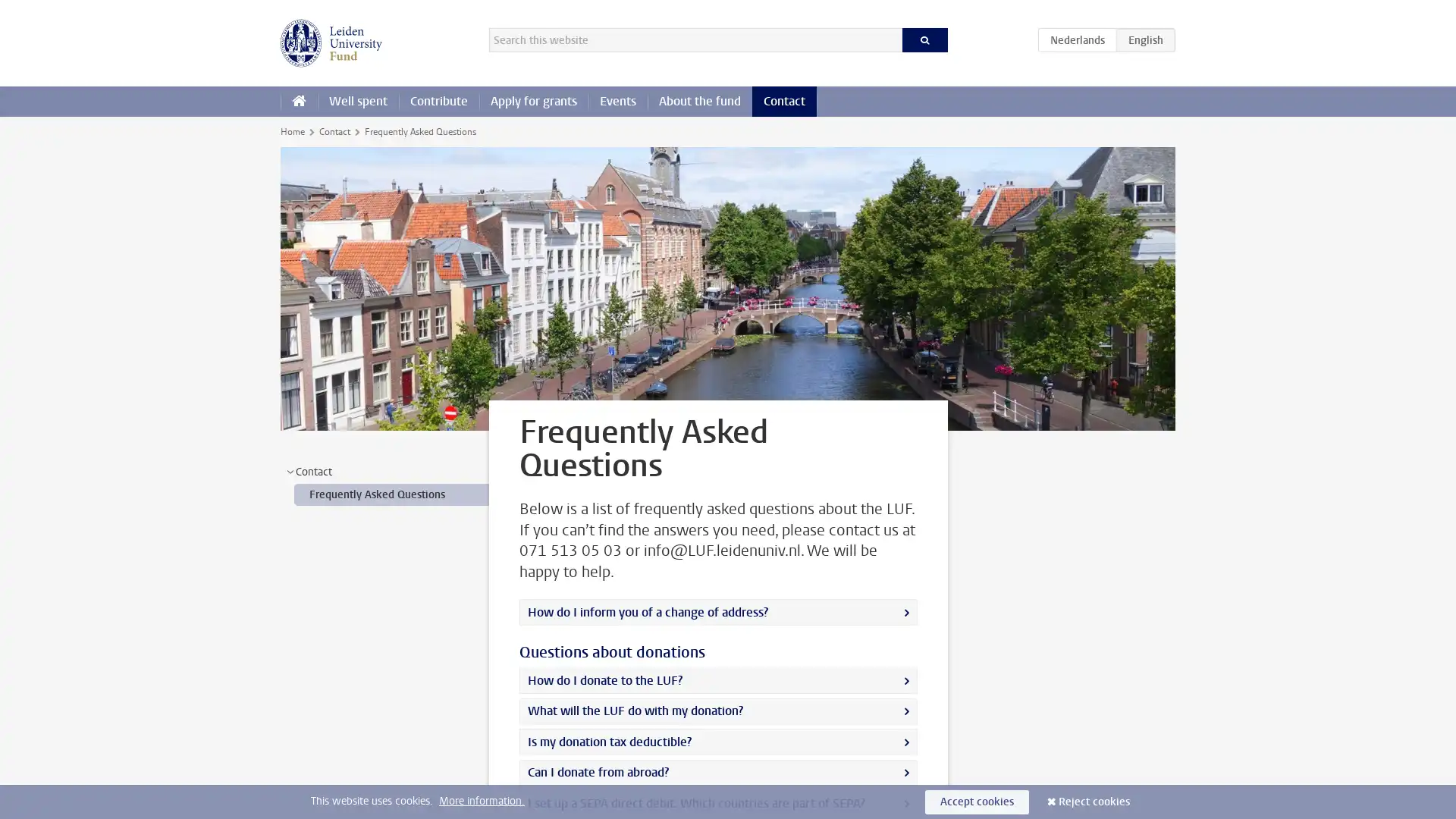 This screenshot has width=1456, height=819. I want to click on >, so click(290, 470).